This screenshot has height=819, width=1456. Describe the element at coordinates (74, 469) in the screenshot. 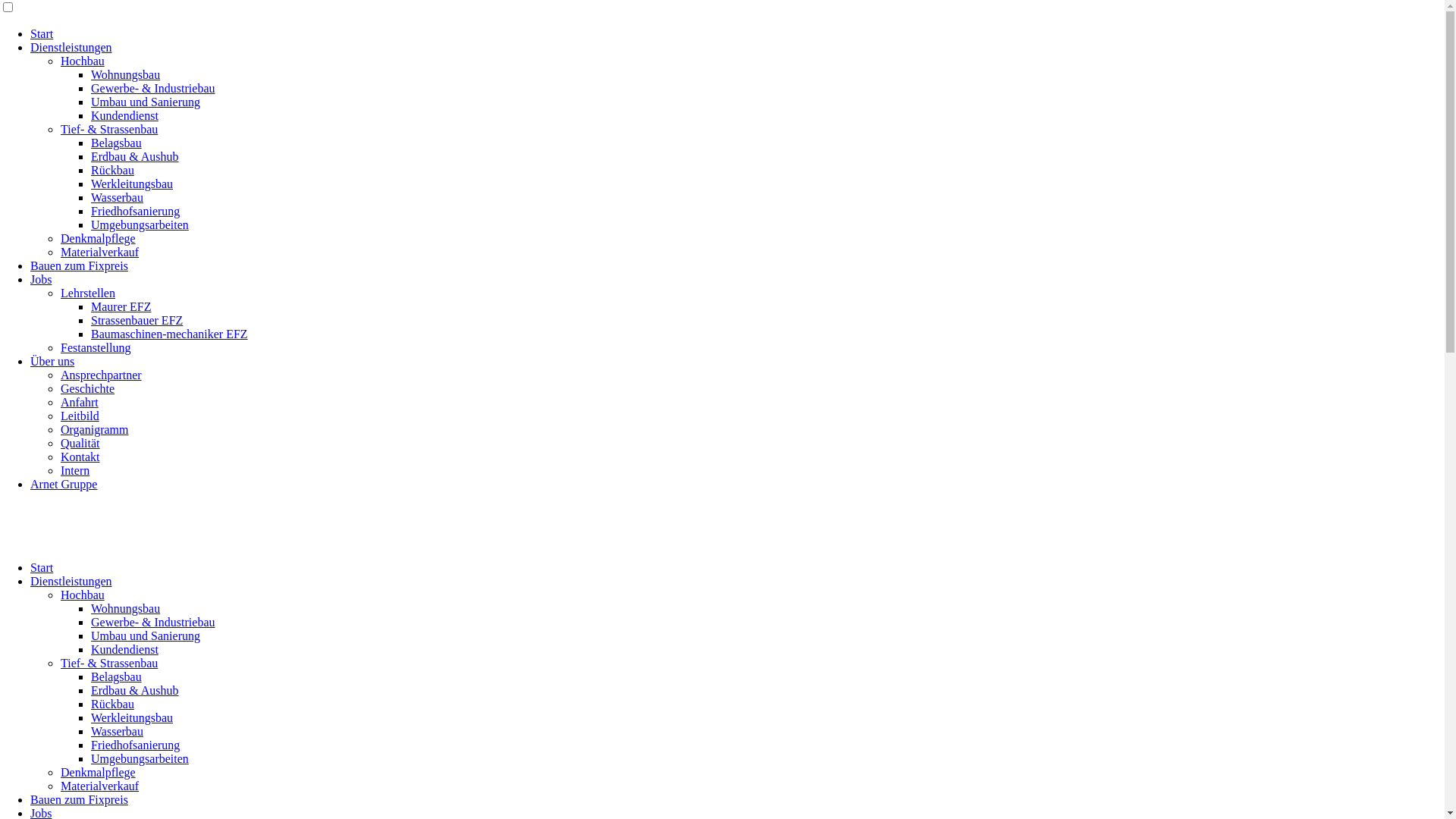

I see `'Intern'` at that location.